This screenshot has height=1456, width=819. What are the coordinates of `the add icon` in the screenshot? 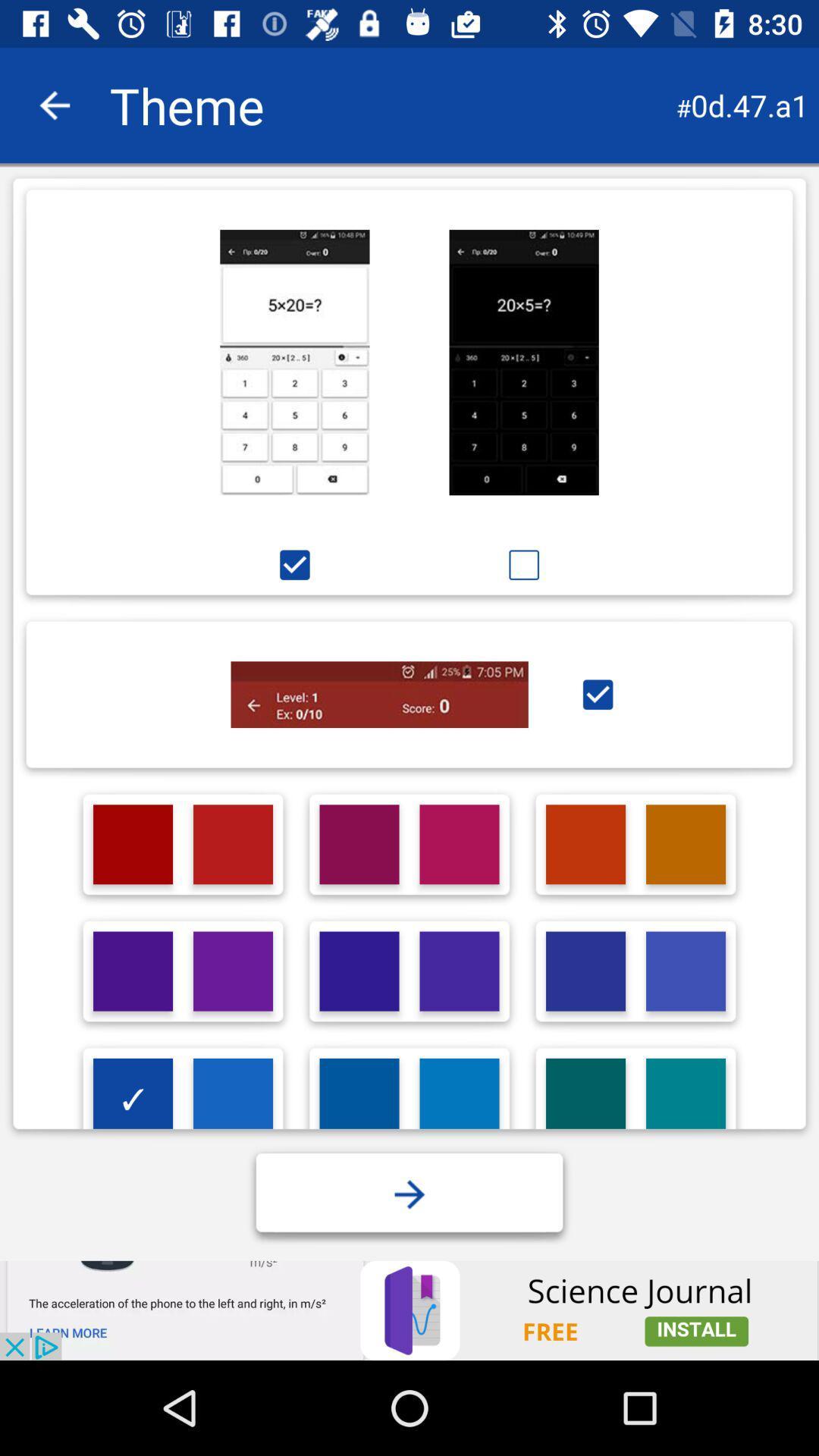 It's located at (409, 1194).